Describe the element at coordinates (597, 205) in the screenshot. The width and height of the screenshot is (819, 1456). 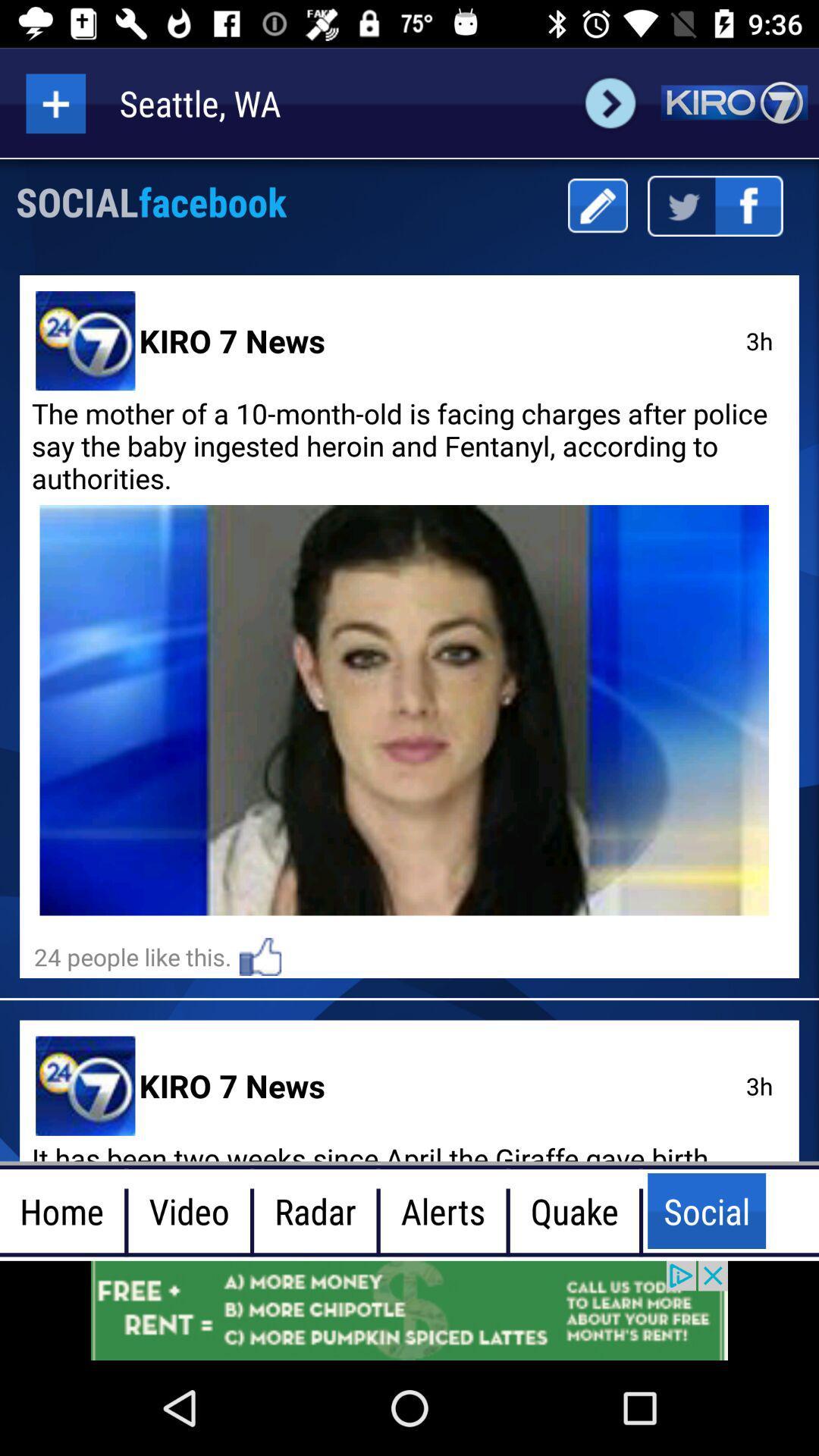
I see `the edit icon` at that location.